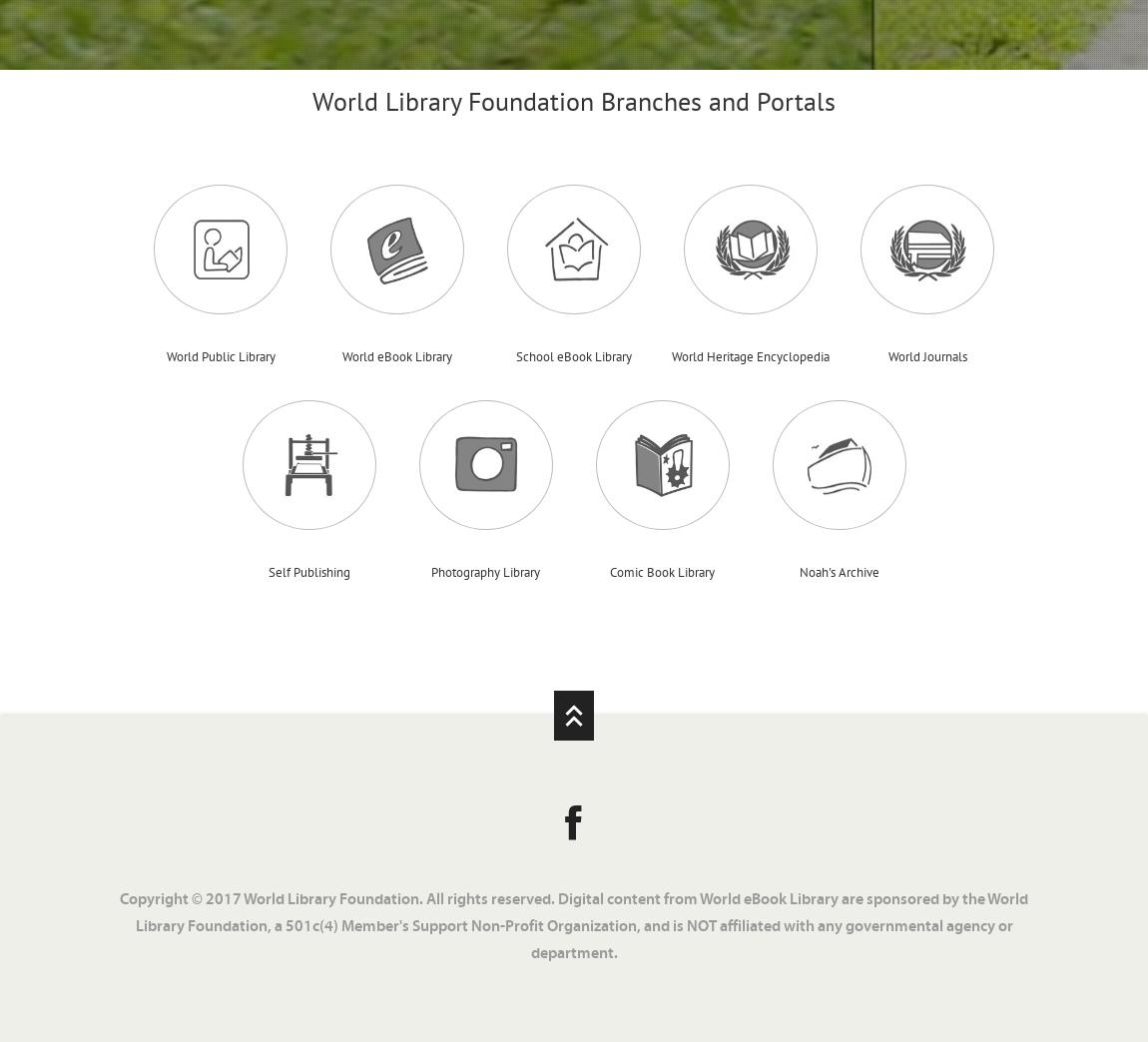 This screenshot has height=1042, width=1148. Describe the element at coordinates (219, 355) in the screenshot. I see `'World Public Library'` at that location.